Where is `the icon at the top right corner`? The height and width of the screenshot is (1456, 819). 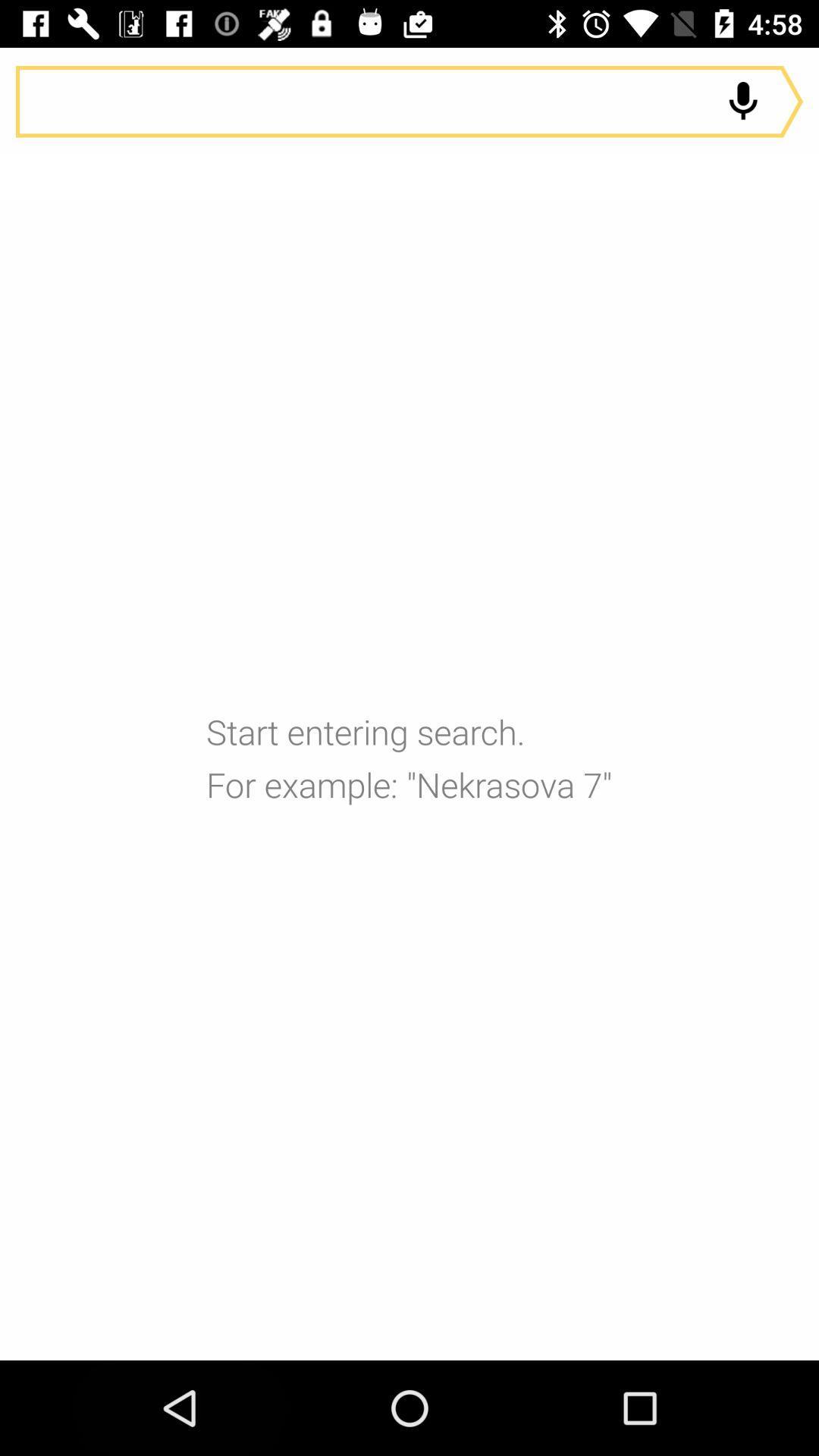 the icon at the top right corner is located at coordinates (742, 101).